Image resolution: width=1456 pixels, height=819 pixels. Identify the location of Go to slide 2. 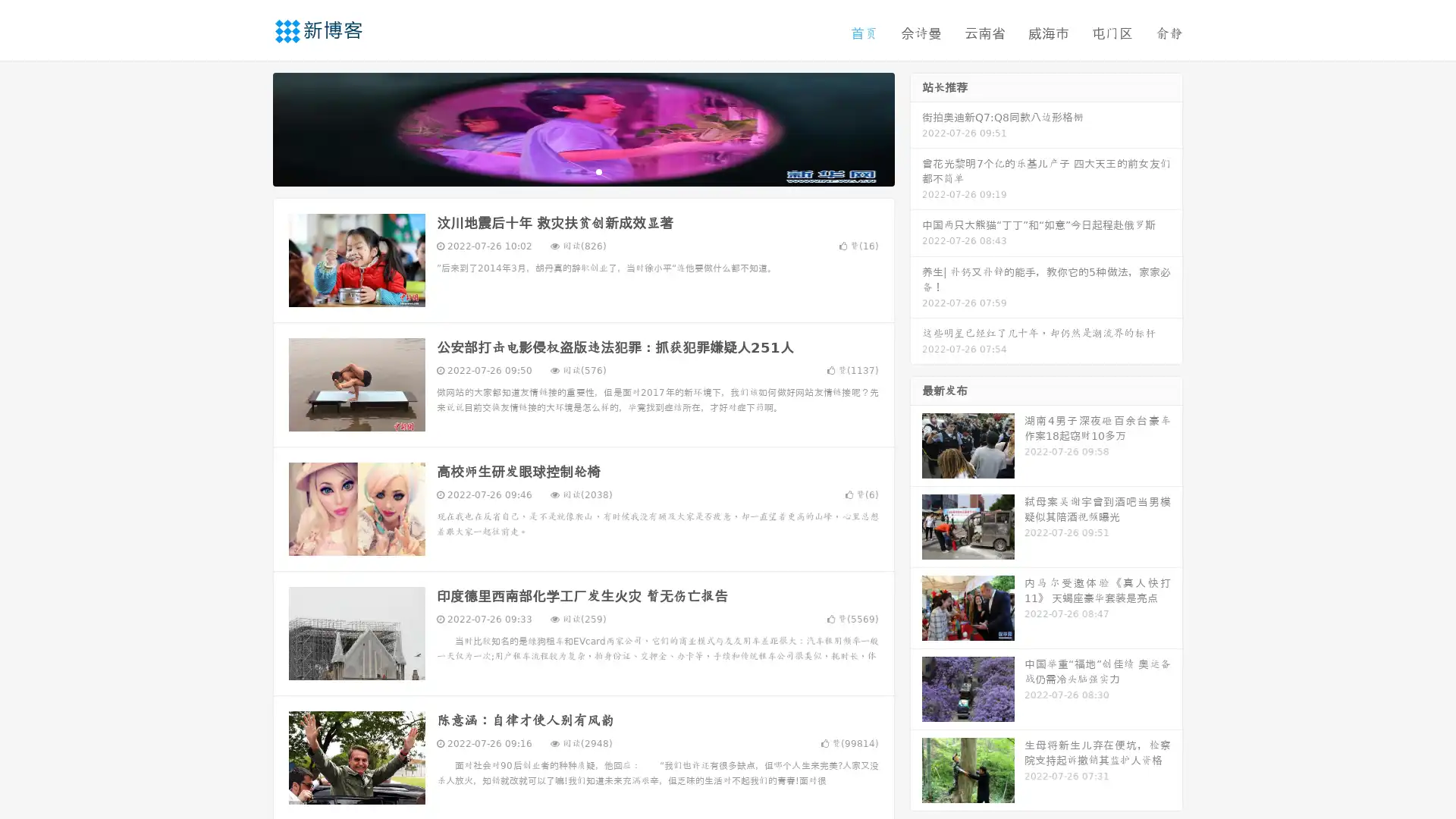
(582, 171).